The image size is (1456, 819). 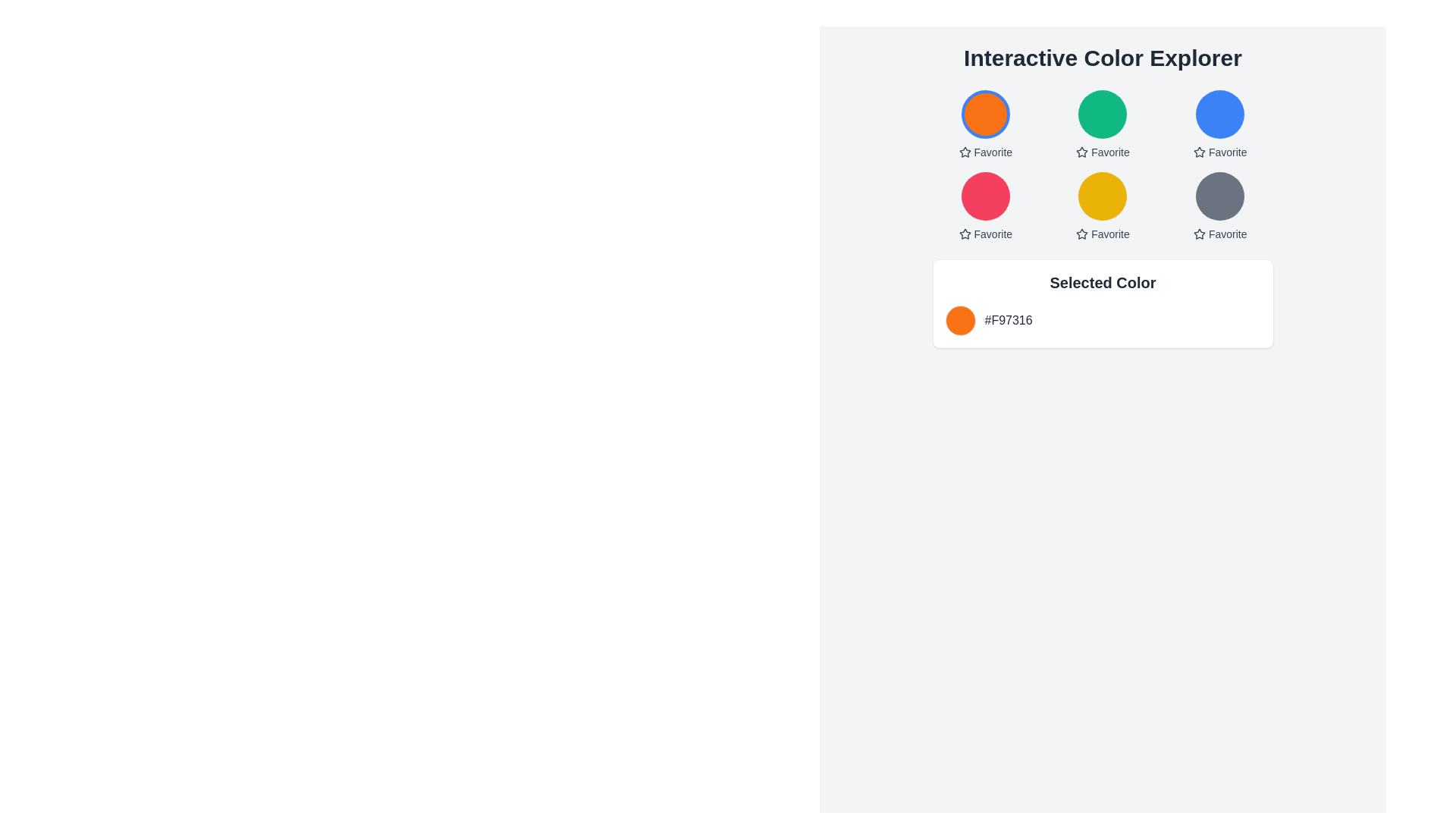 What do you see at coordinates (993, 152) in the screenshot?
I see `the text label that describes the adjacent star icon used for marking colors as favorites, located beneath the orange circular button` at bounding box center [993, 152].